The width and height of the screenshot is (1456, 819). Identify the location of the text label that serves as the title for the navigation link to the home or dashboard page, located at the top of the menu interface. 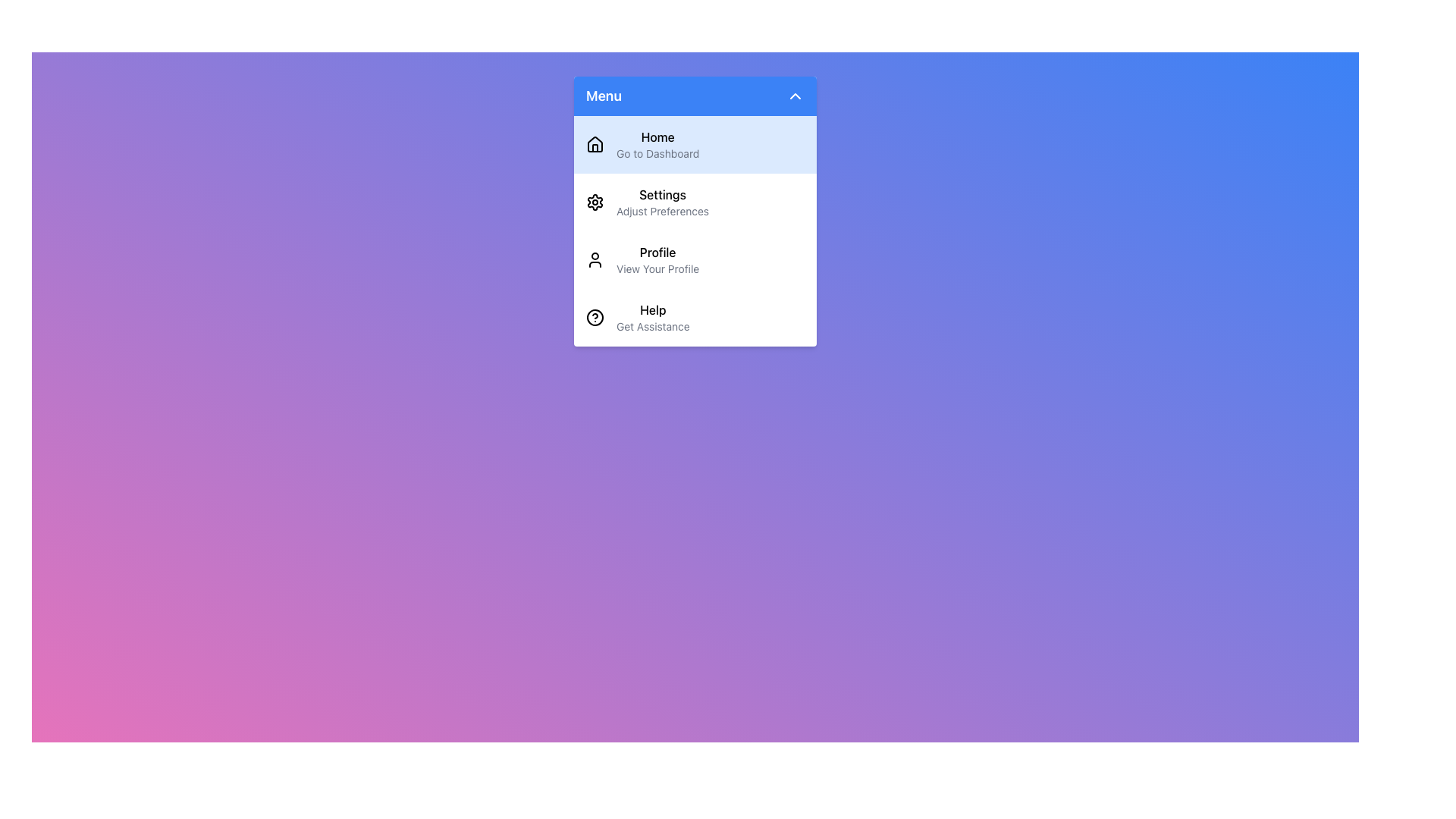
(657, 137).